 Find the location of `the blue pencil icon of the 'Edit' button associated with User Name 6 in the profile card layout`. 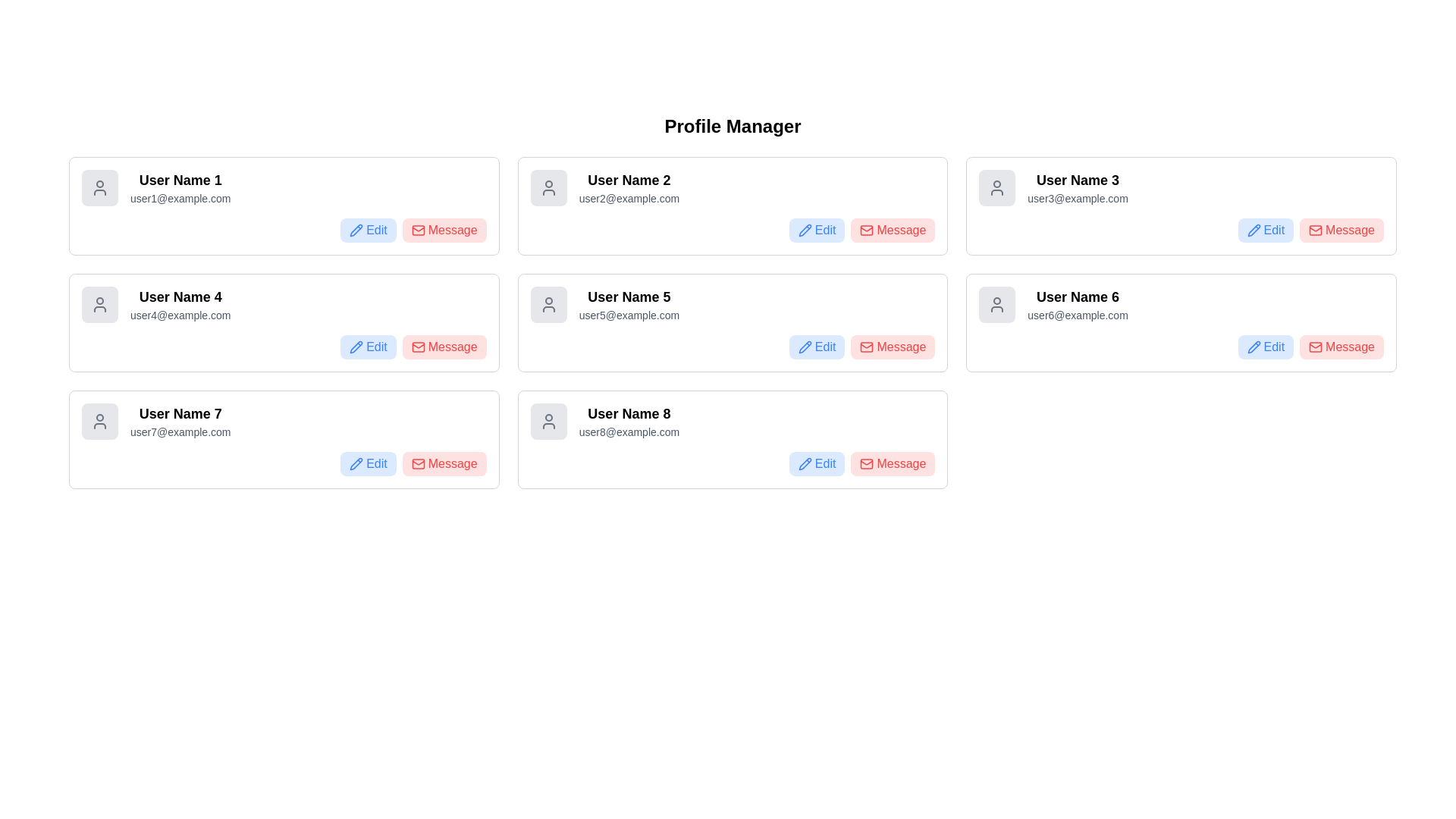

the blue pencil icon of the 'Edit' button associated with User Name 6 in the profile card layout is located at coordinates (1253, 346).